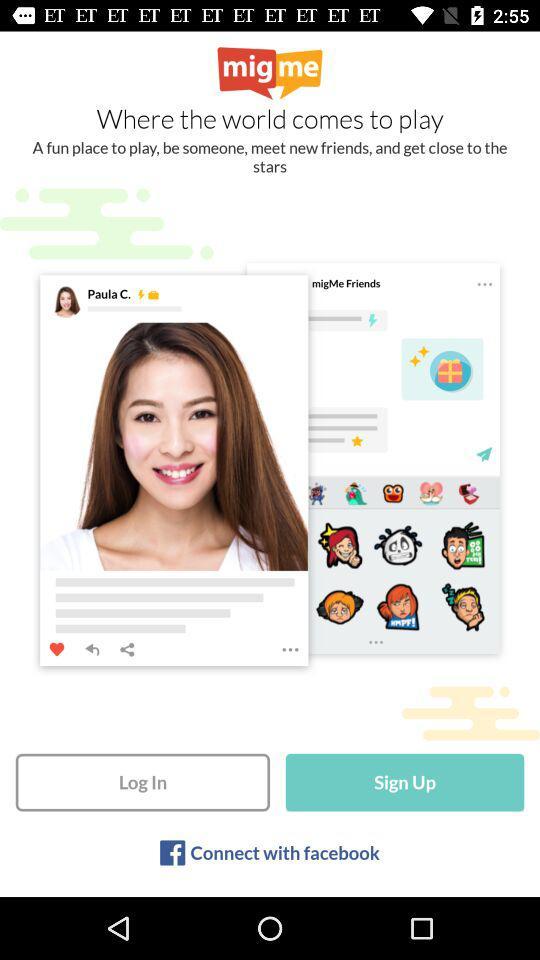  I want to click on the sign up item, so click(405, 782).